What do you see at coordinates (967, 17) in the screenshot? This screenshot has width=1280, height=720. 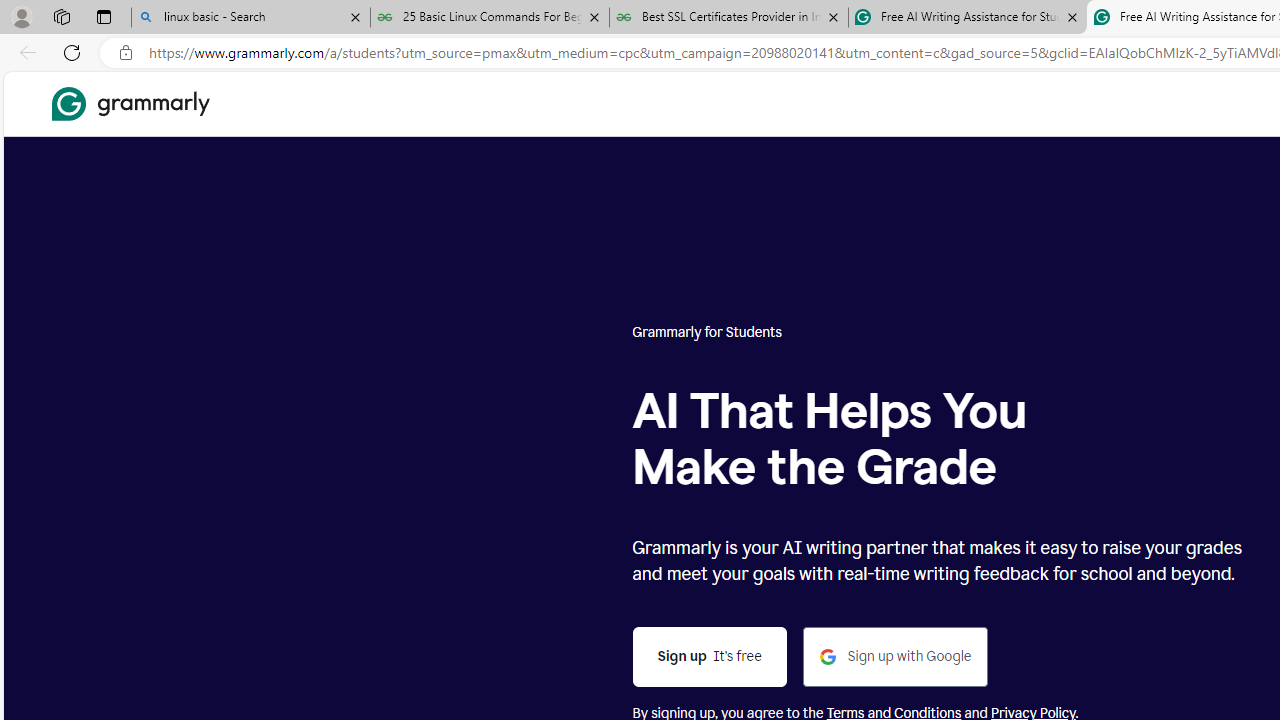 I see `'Free AI Writing Assistance for Students | Grammarly'` at bounding box center [967, 17].